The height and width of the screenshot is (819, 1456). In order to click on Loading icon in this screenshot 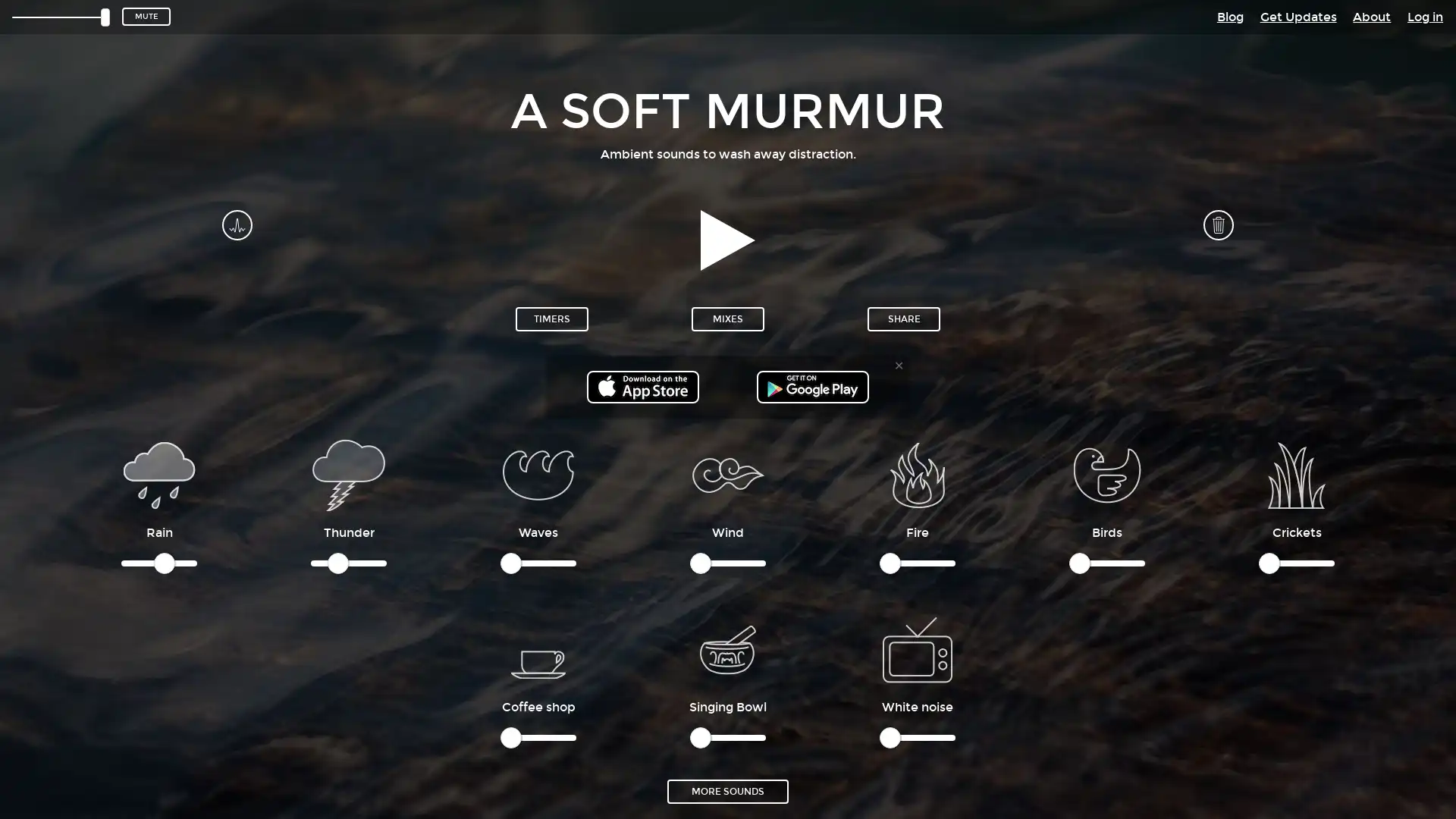, I will do `click(728, 473)`.